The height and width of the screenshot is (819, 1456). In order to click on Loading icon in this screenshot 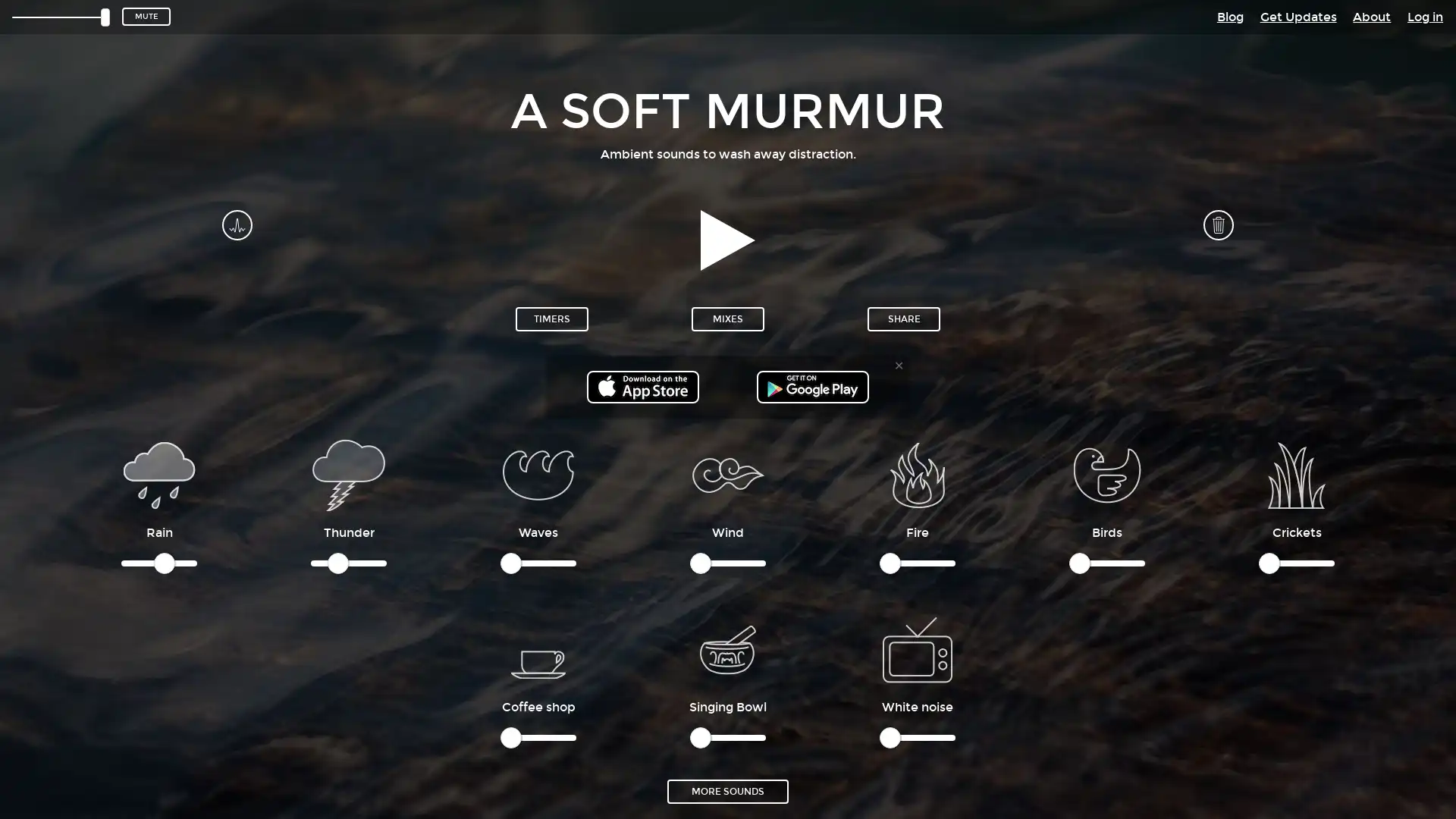, I will do `click(728, 473)`.